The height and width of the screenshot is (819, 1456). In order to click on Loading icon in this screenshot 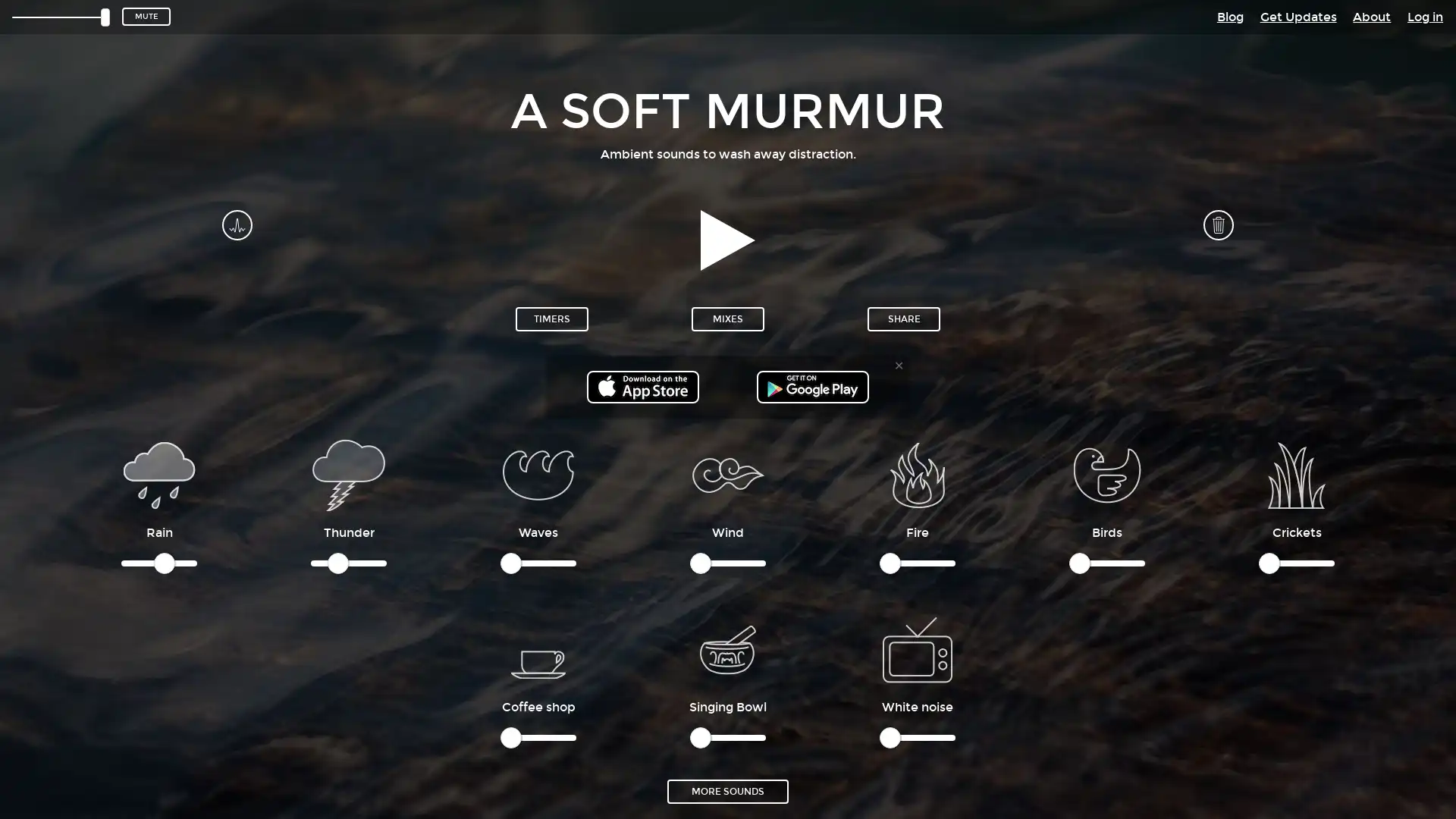, I will do `click(728, 473)`.